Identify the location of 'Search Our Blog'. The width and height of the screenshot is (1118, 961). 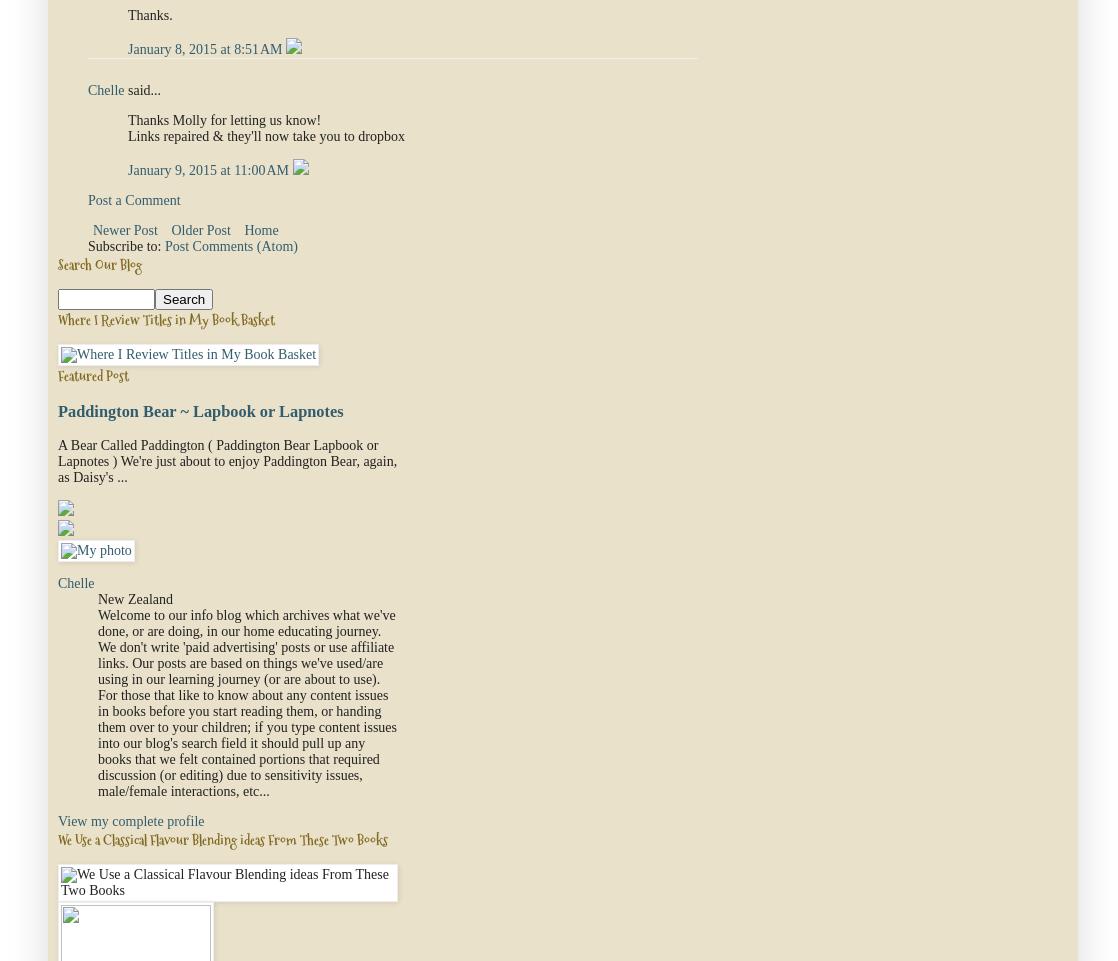
(99, 262).